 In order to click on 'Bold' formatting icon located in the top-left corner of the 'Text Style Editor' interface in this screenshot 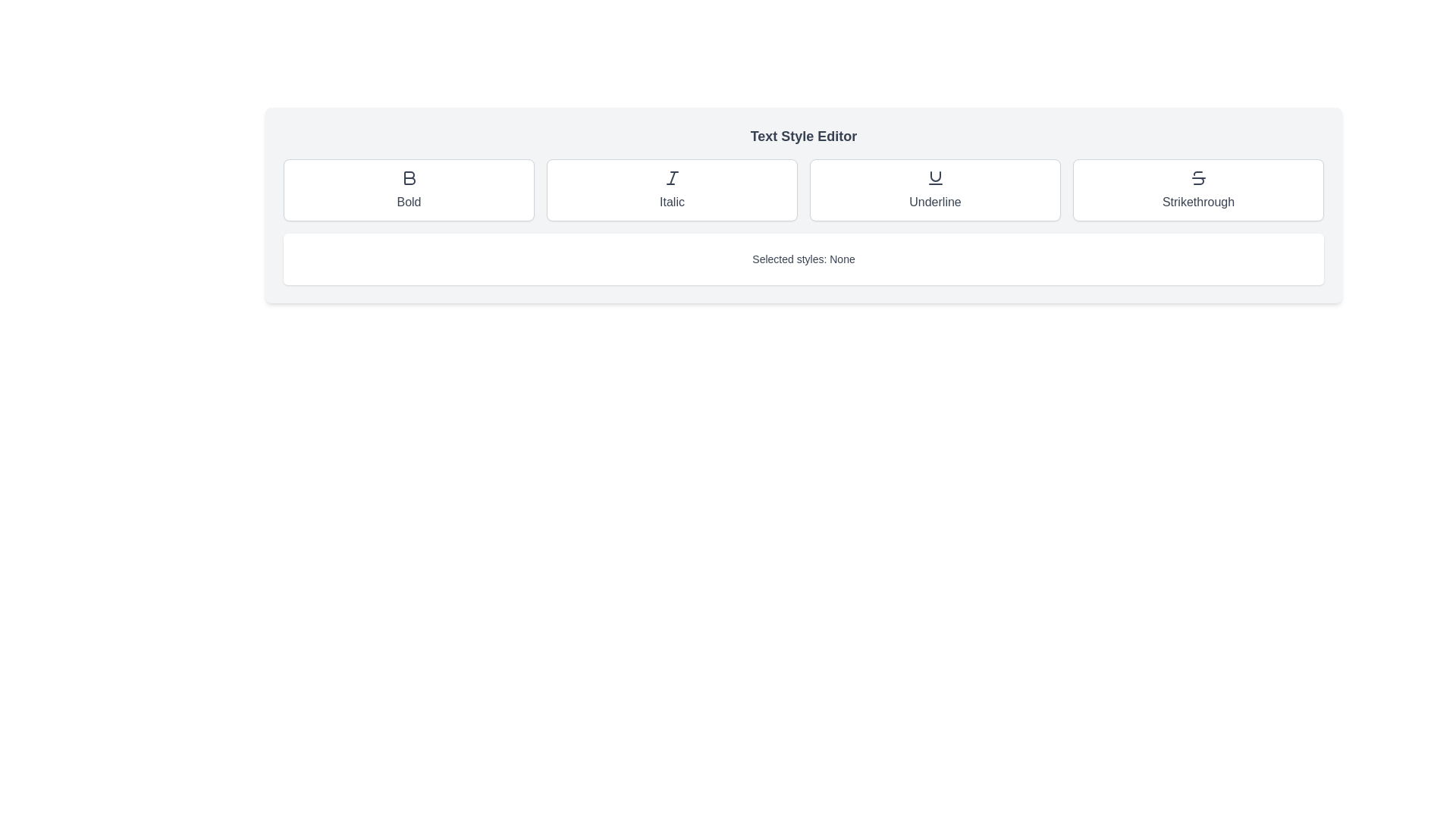, I will do `click(409, 177)`.